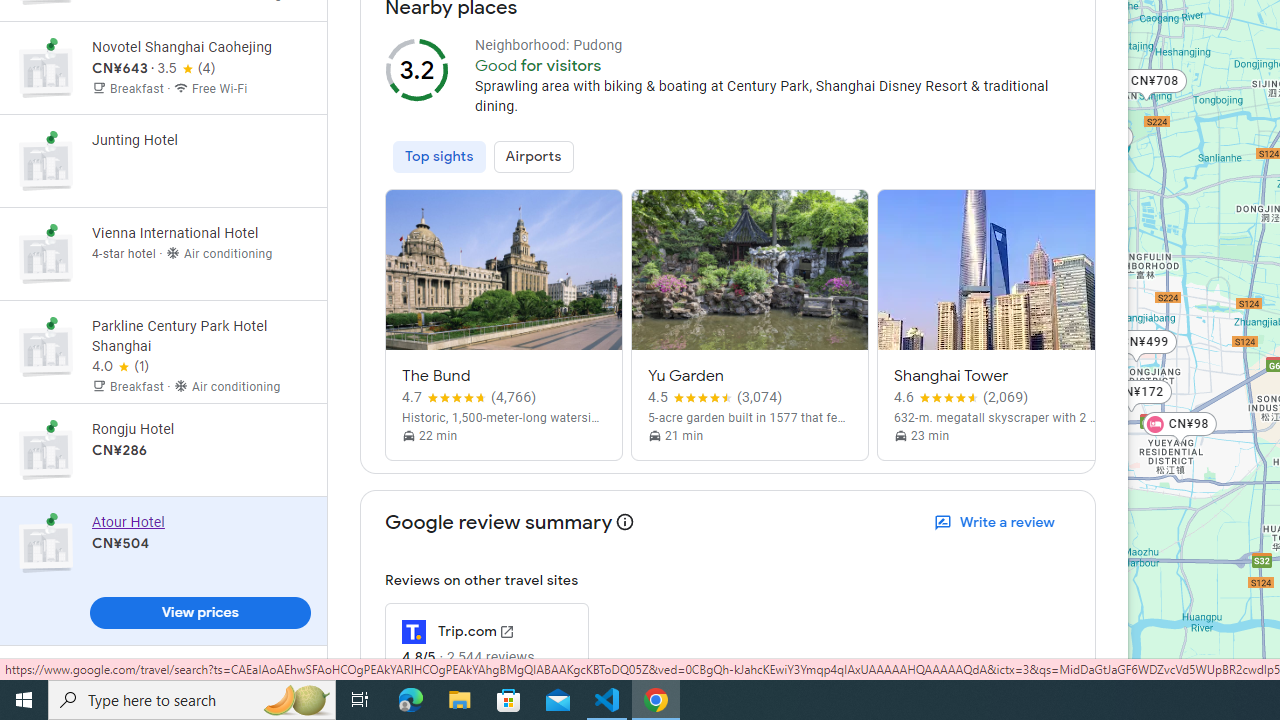 The image size is (1280, 720). What do you see at coordinates (200, 612) in the screenshot?
I see `'View prices'` at bounding box center [200, 612].